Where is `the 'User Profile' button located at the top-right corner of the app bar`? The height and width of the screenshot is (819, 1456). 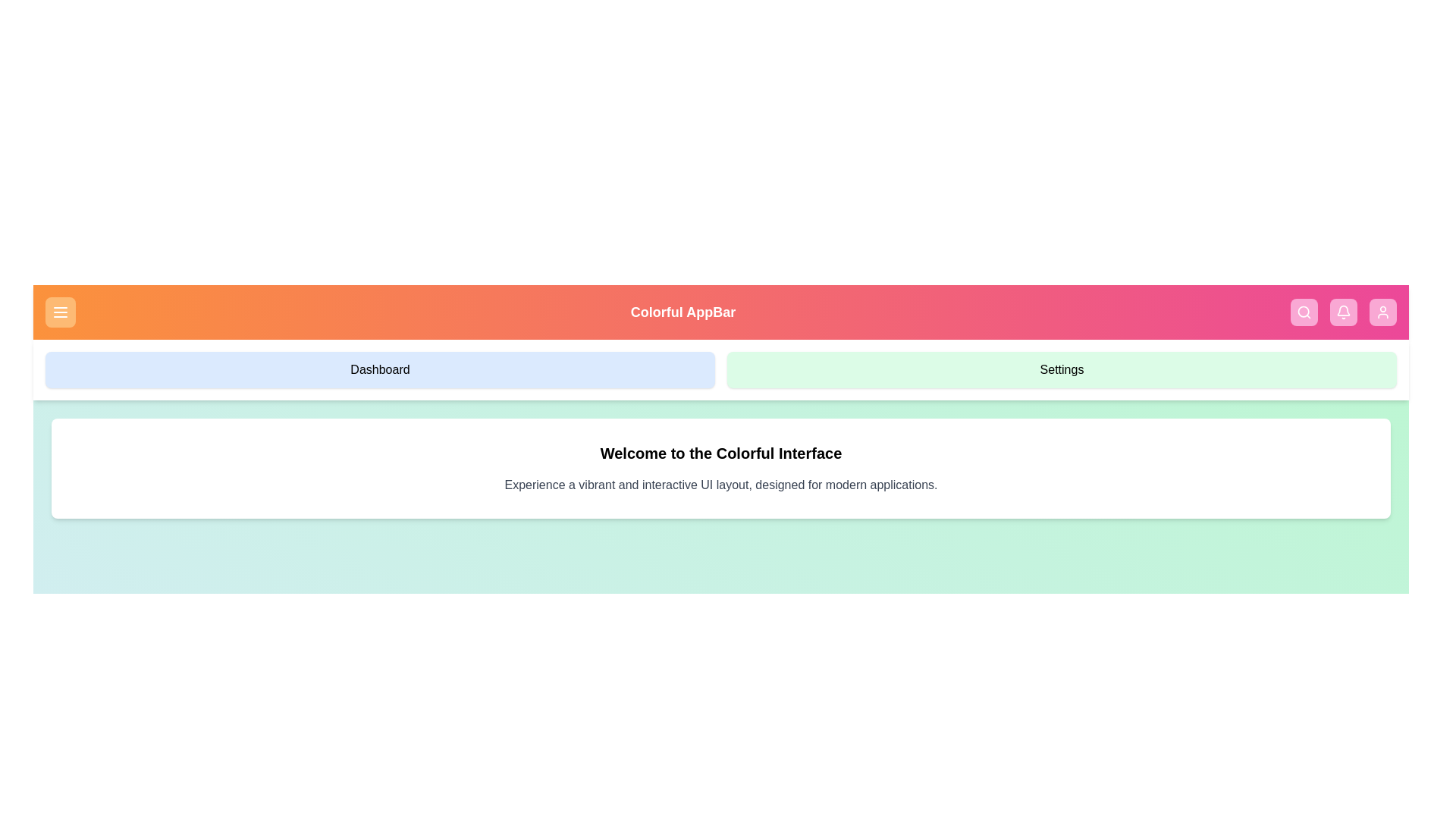 the 'User Profile' button located at the top-right corner of the app bar is located at coordinates (1383, 312).